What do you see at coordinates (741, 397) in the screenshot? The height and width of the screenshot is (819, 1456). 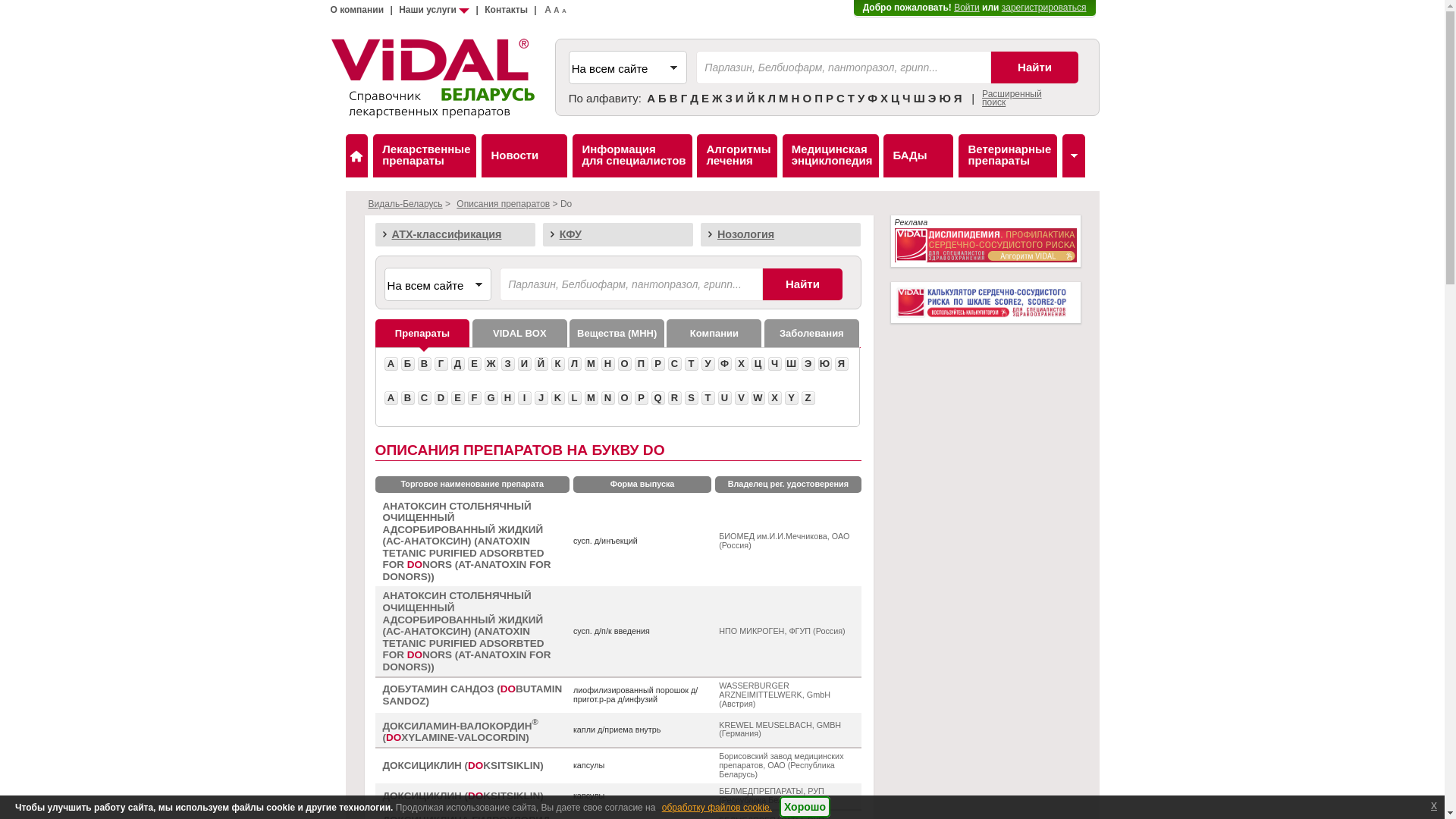 I see `'V'` at bounding box center [741, 397].